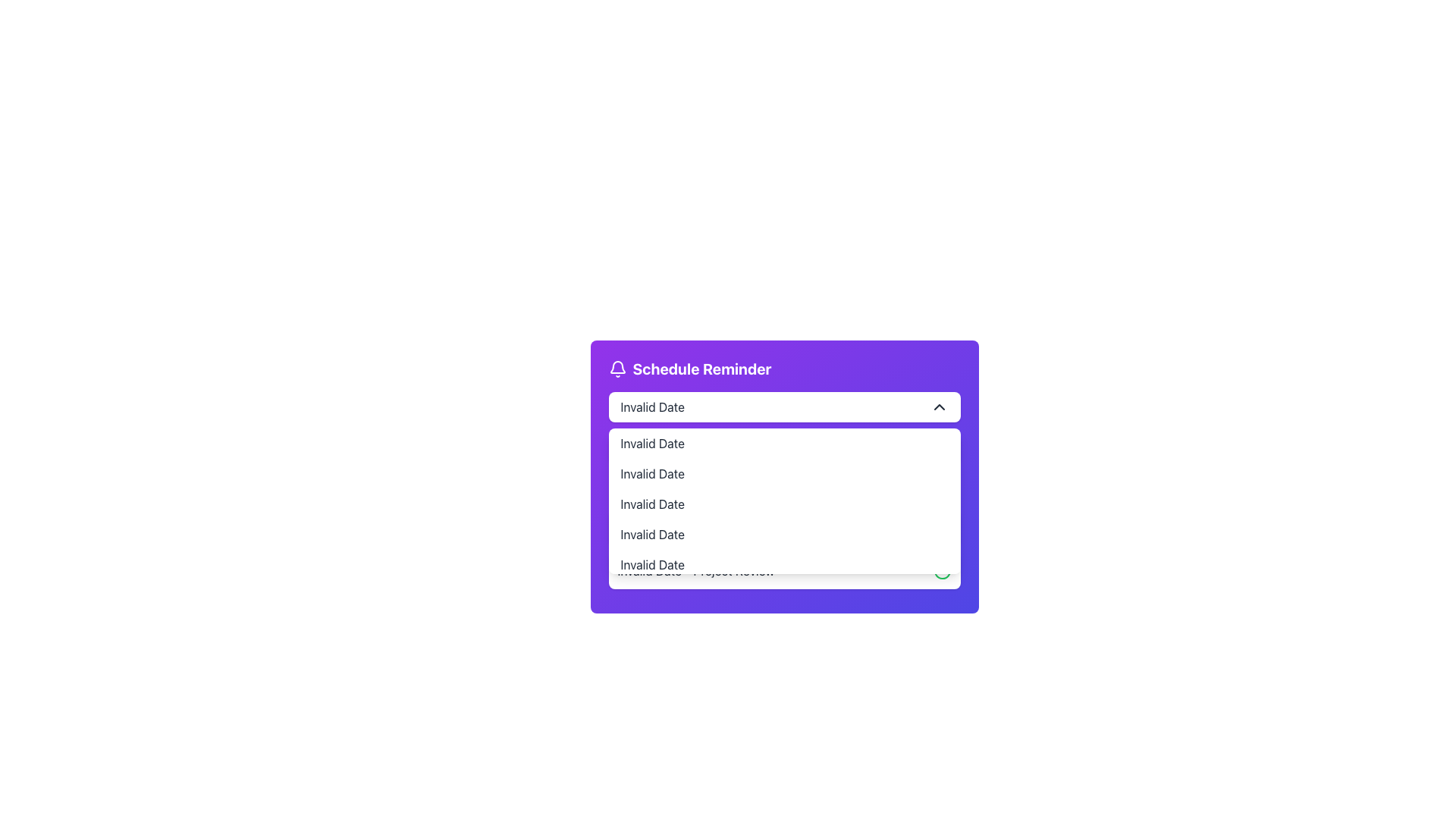 This screenshot has height=819, width=1456. I want to click on the fifth selectable option within the dropdown menu of the 'Schedule Reminder' interface, so click(784, 564).